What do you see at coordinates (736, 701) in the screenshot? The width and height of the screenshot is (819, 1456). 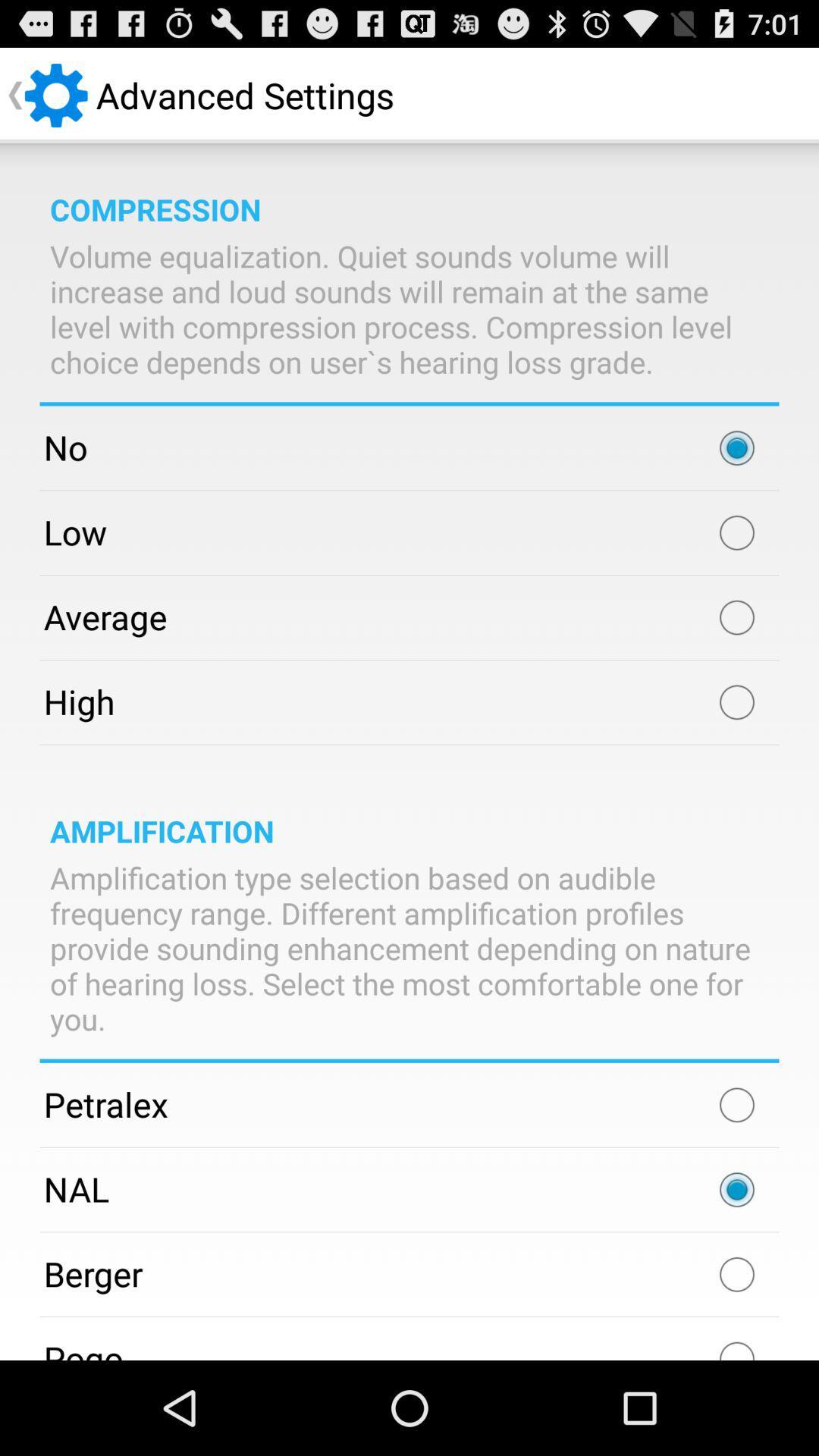 I see `high option` at bounding box center [736, 701].